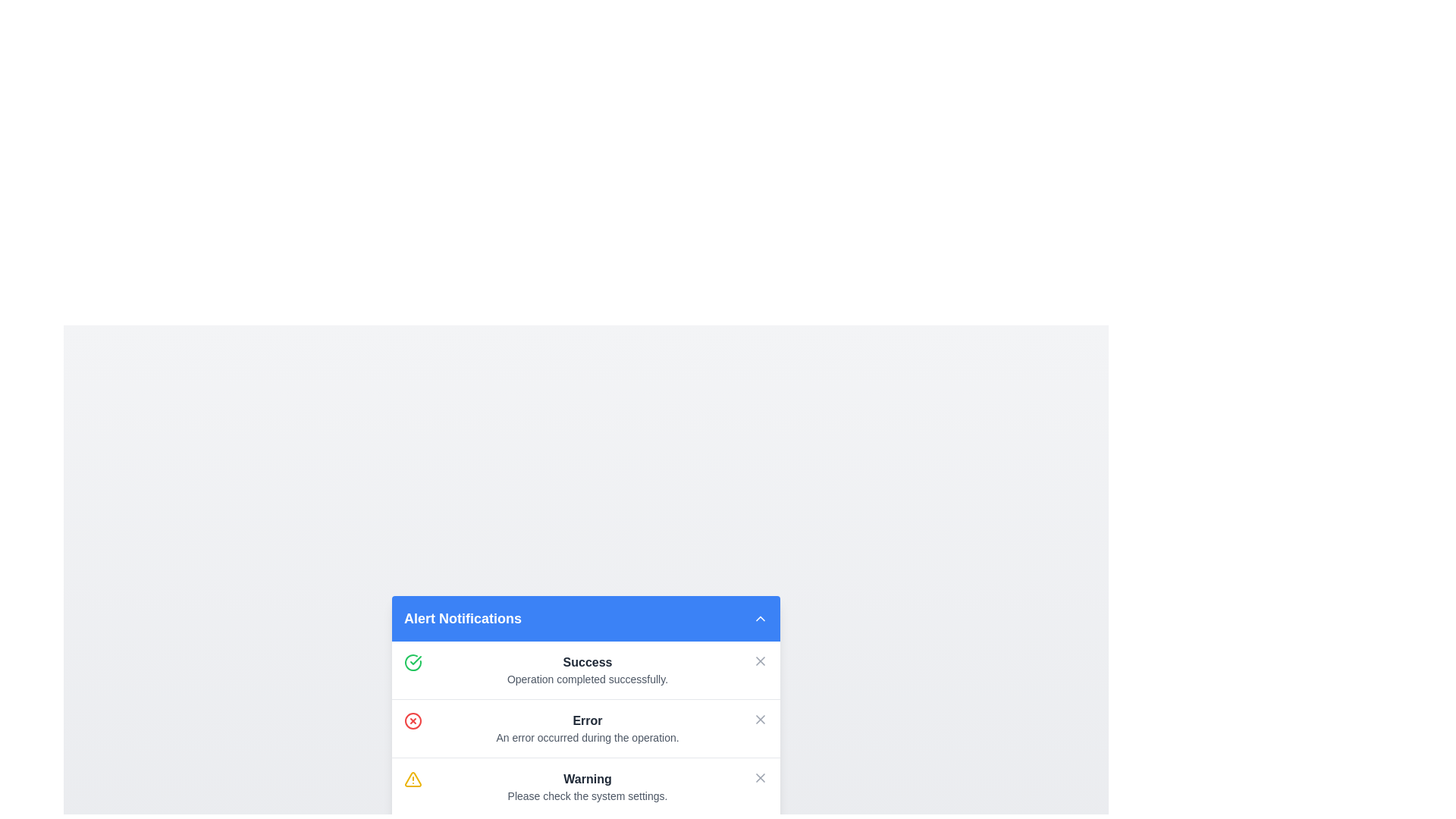 The height and width of the screenshot is (819, 1456). Describe the element at coordinates (586, 719) in the screenshot. I see `the 'Error' text label located in the middle notification card, positioned between 'Success' and 'Warning'` at that location.